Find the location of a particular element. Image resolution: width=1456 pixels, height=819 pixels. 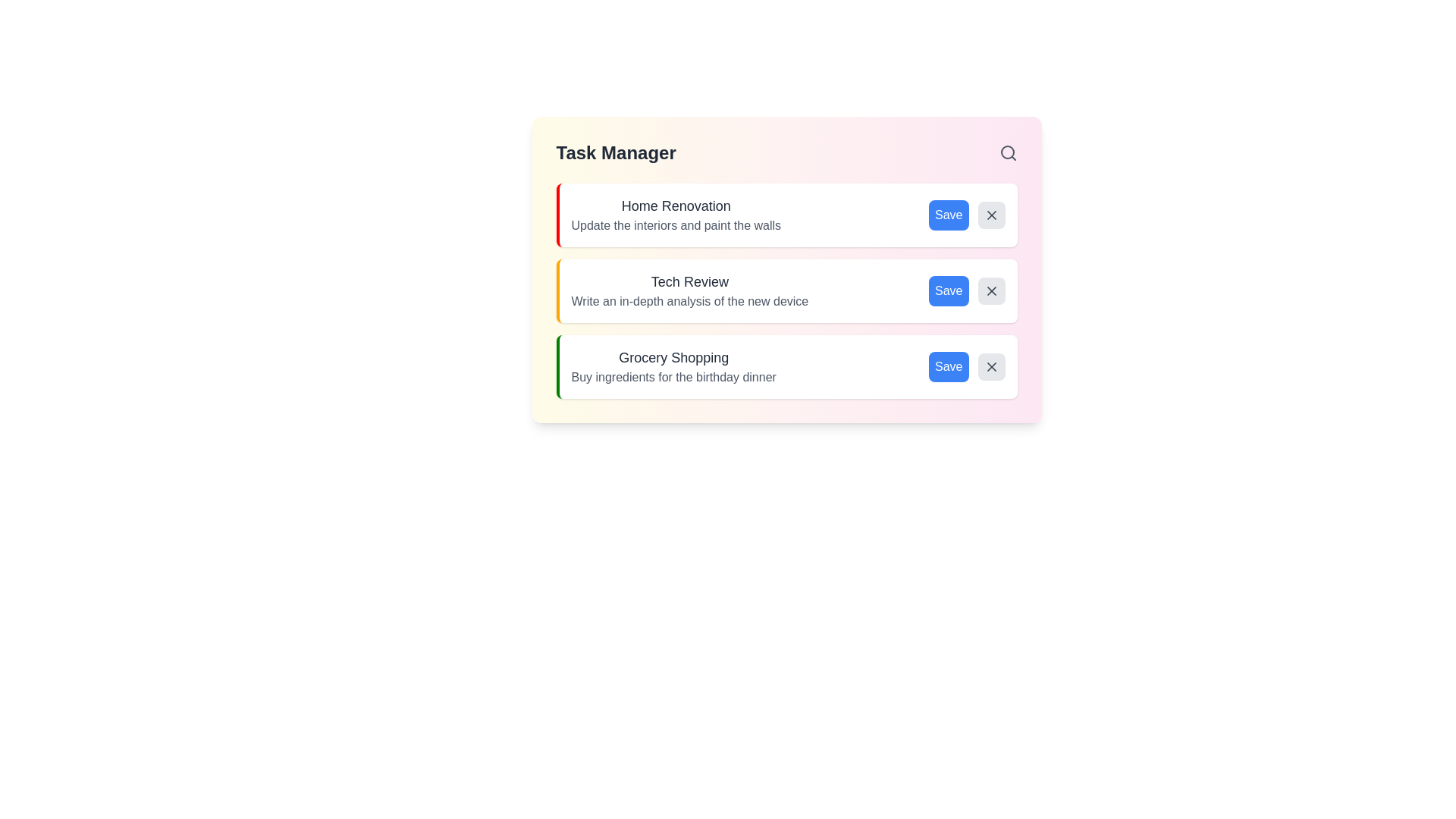

the title of the task item Home Renovation is located at coordinates (675, 206).